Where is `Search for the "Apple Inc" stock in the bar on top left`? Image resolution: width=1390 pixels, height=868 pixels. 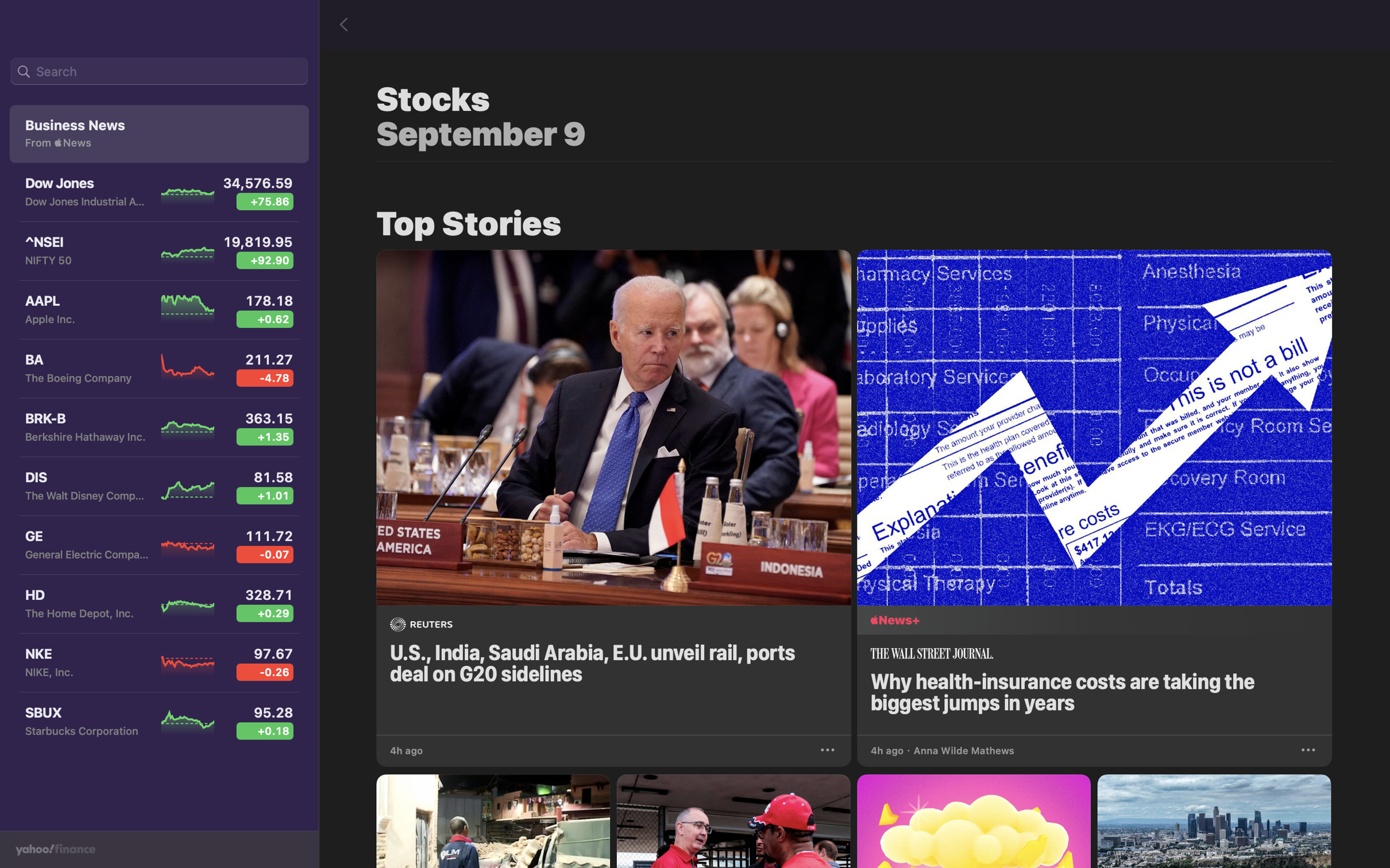 Search for the "Apple Inc" stock in the bar on top left is located at coordinates (159, 72).